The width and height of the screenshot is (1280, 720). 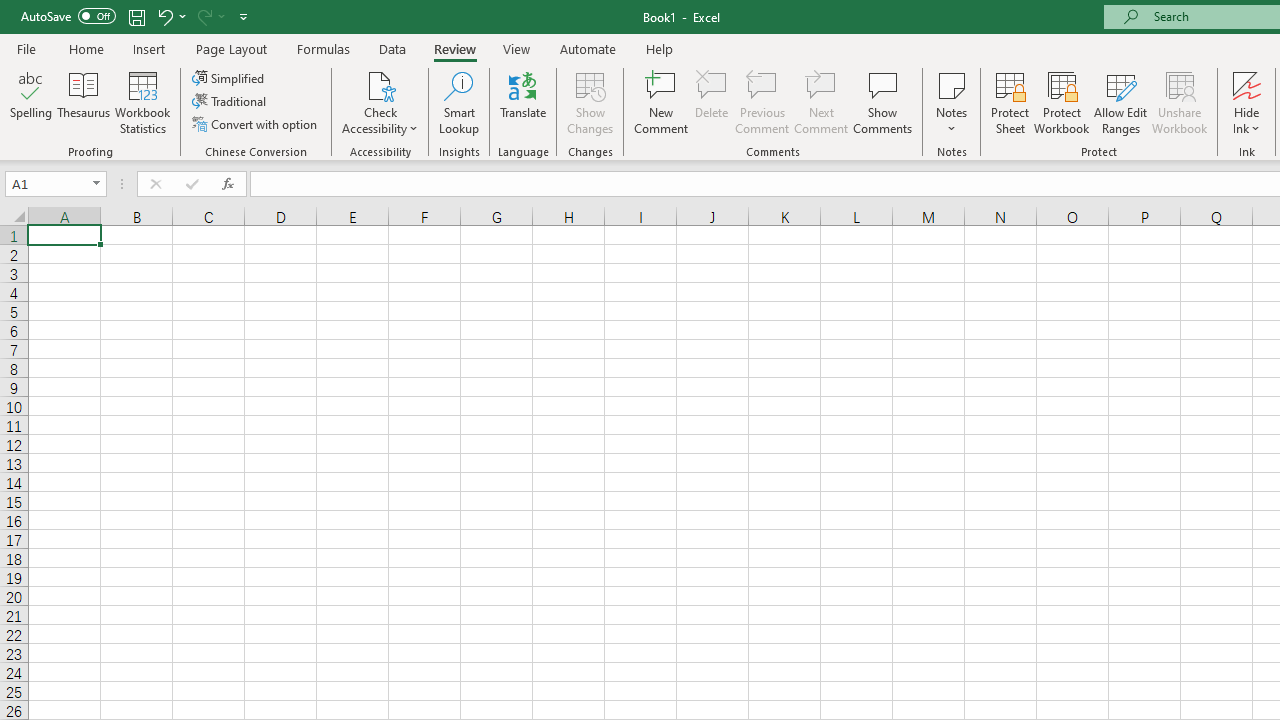 I want to click on 'Check Accessibility', so click(x=380, y=84).